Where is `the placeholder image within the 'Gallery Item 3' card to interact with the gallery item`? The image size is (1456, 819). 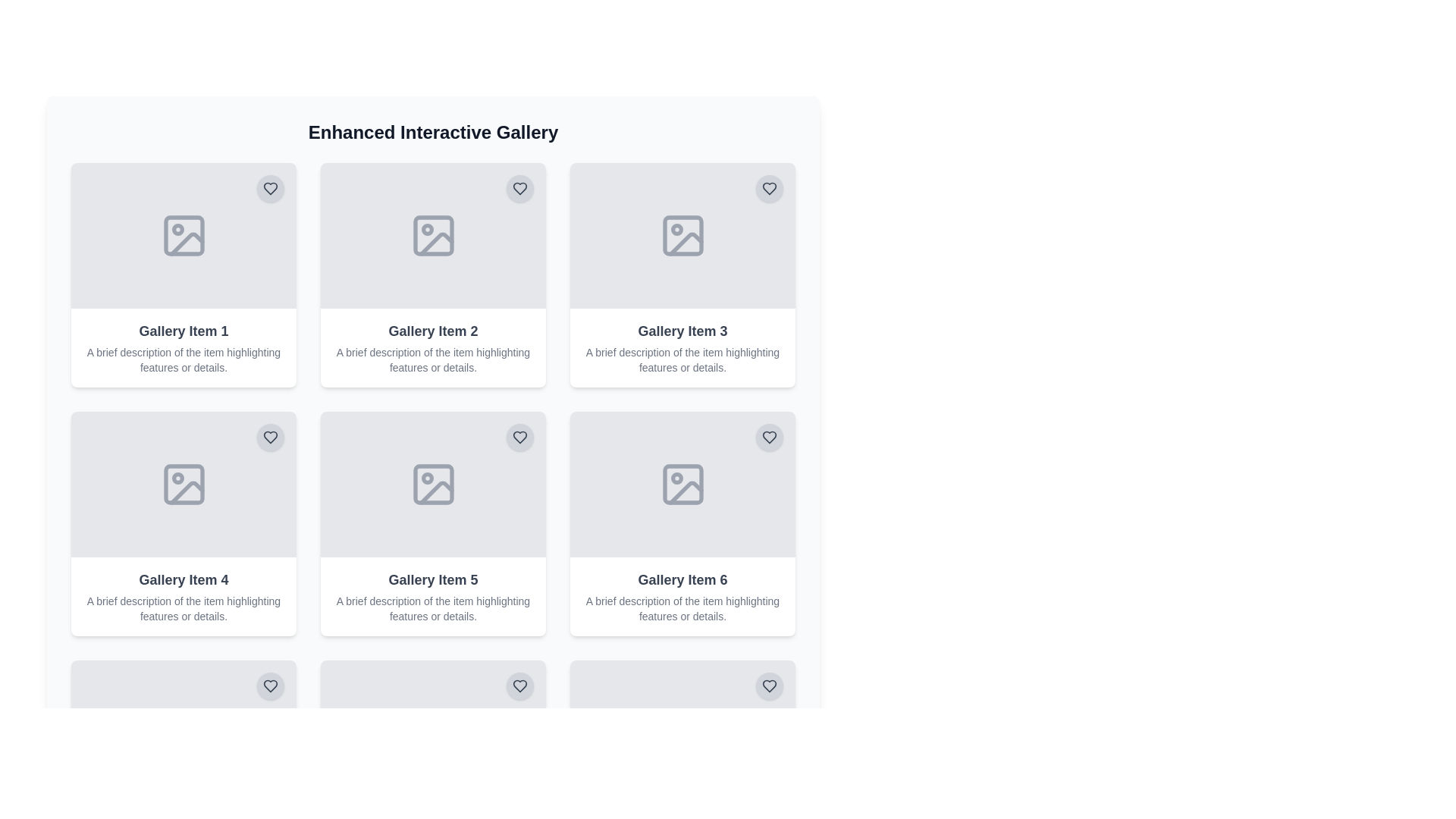
the placeholder image within the 'Gallery Item 3' card to interact with the gallery item is located at coordinates (682, 236).